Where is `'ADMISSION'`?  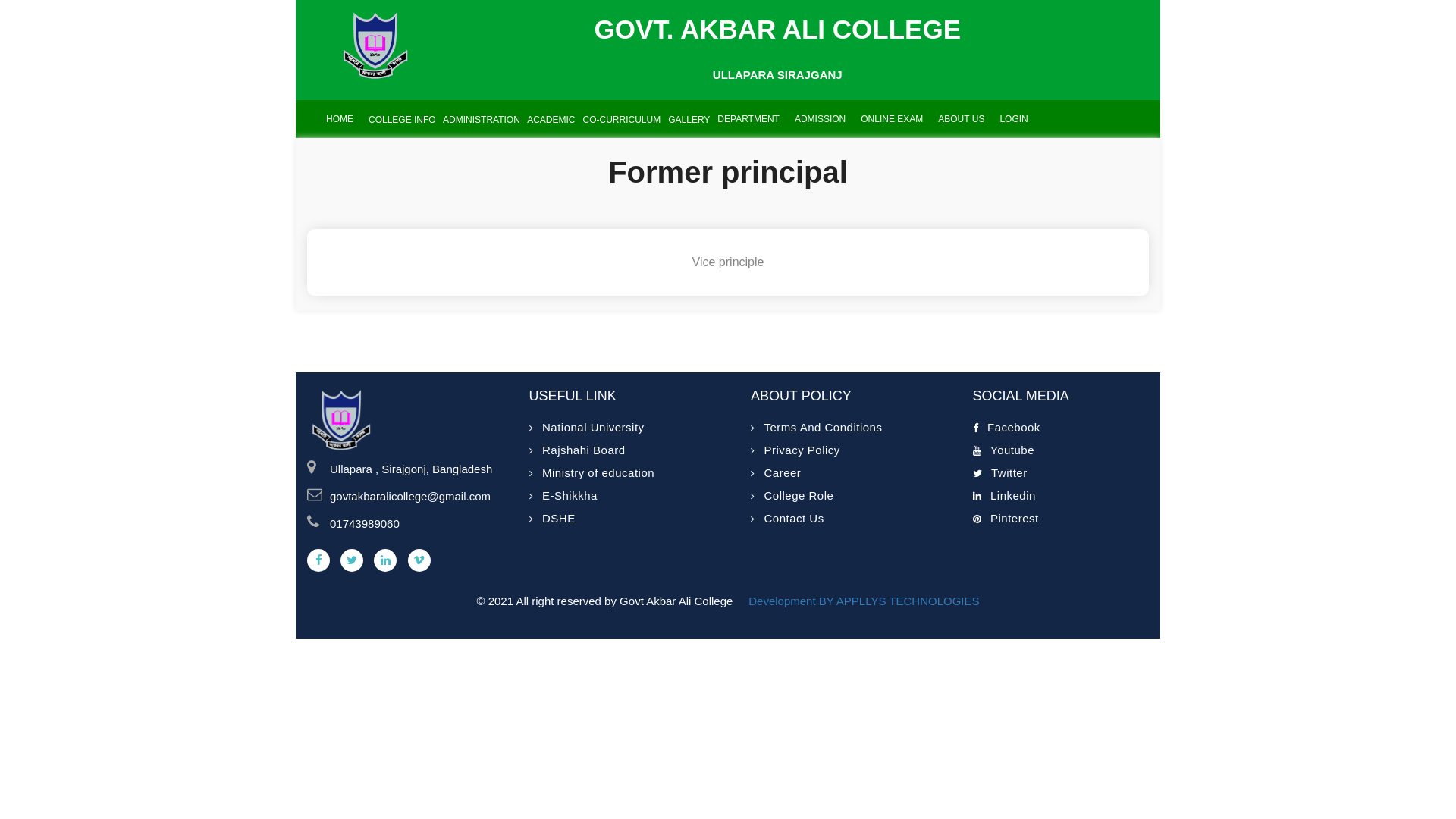
'ADMISSION' is located at coordinates (819, 118).